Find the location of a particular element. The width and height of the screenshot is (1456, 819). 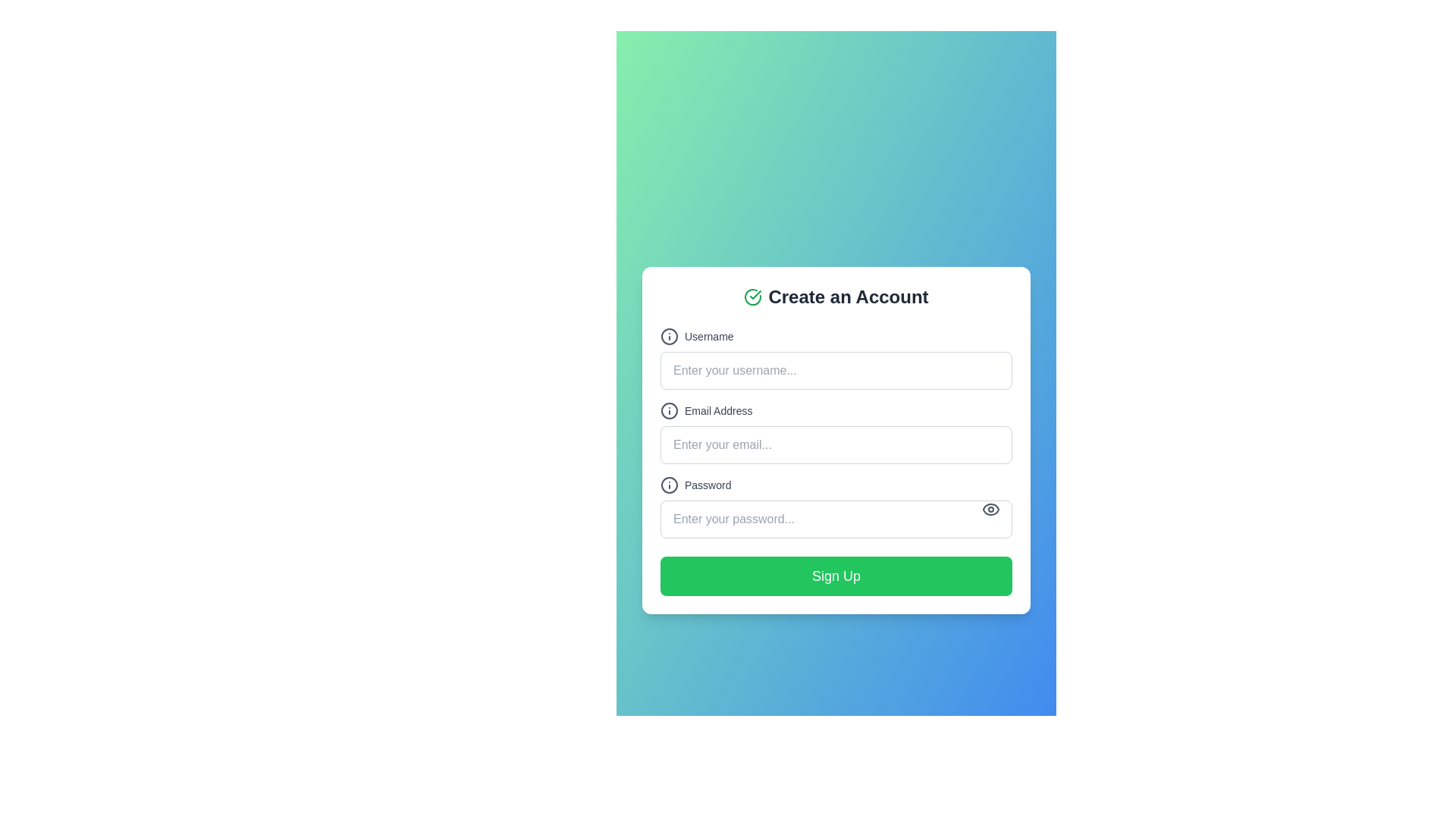

the informational icon located to the left of the 'Password' label in the form interface, slightly above the password input field is located at coordinates (669, 485).